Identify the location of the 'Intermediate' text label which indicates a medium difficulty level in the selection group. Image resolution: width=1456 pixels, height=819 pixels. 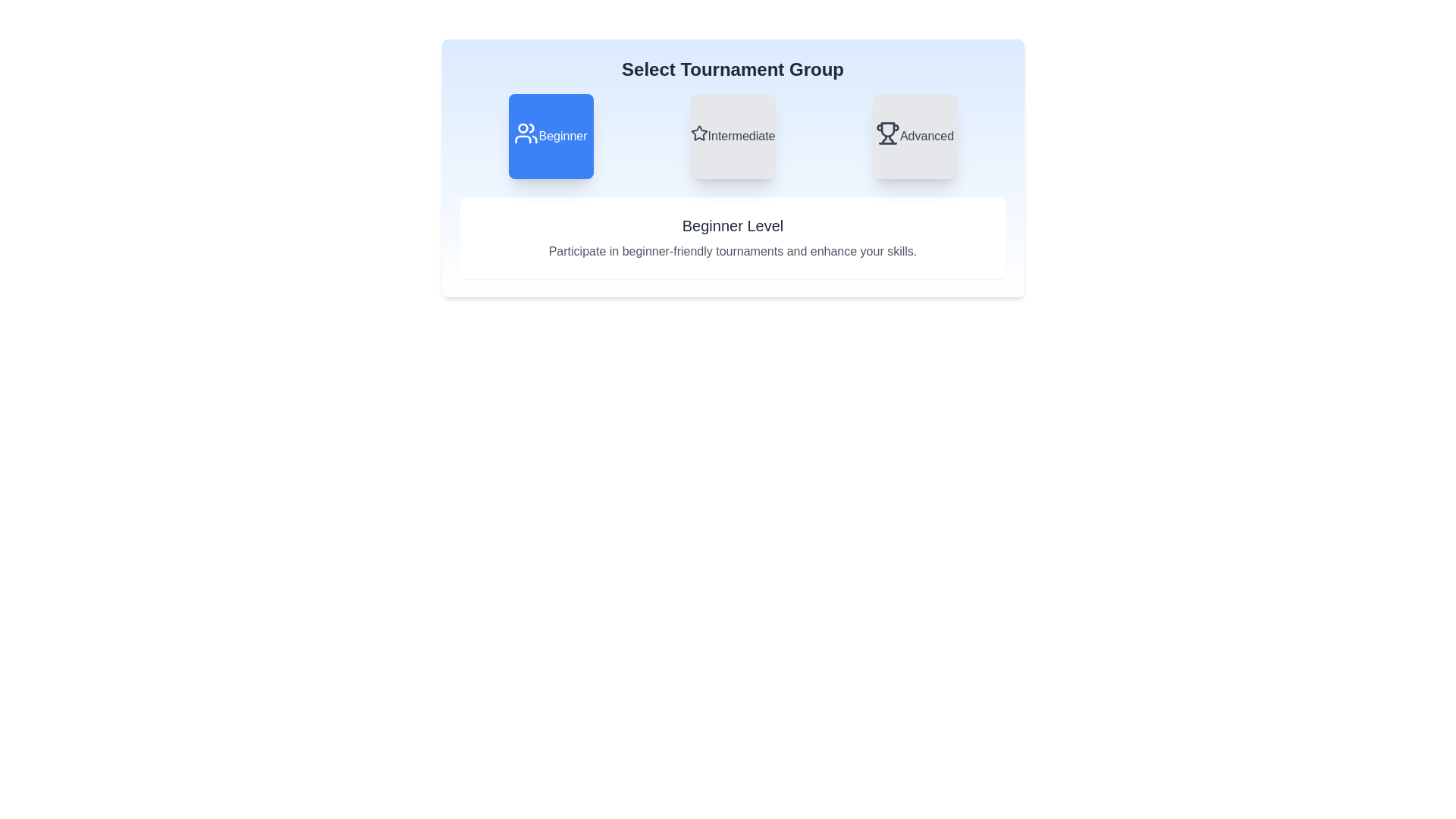
(742, 136).